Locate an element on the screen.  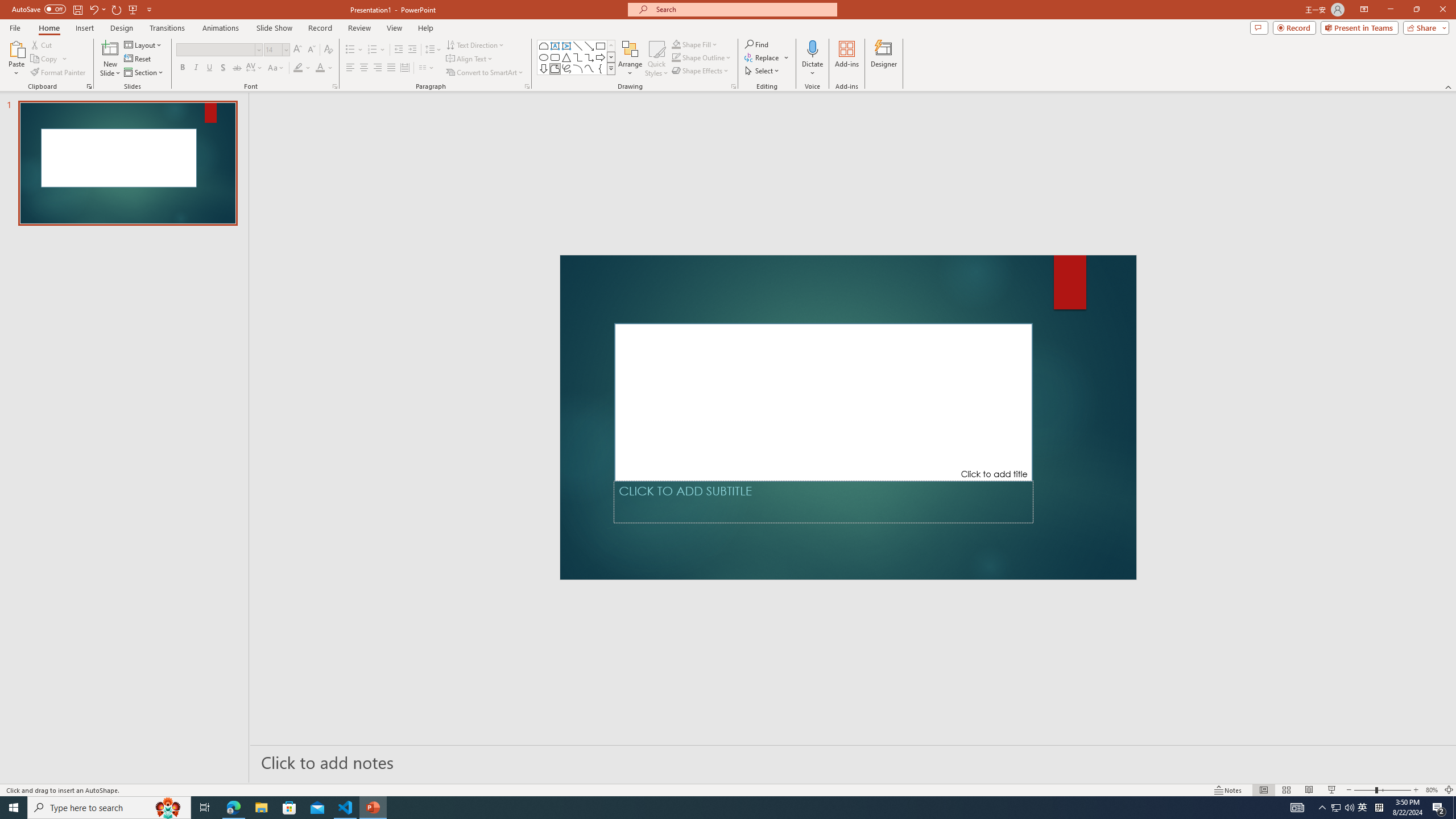
'Convert to SmartArt' is located at coordinates (485, 72).